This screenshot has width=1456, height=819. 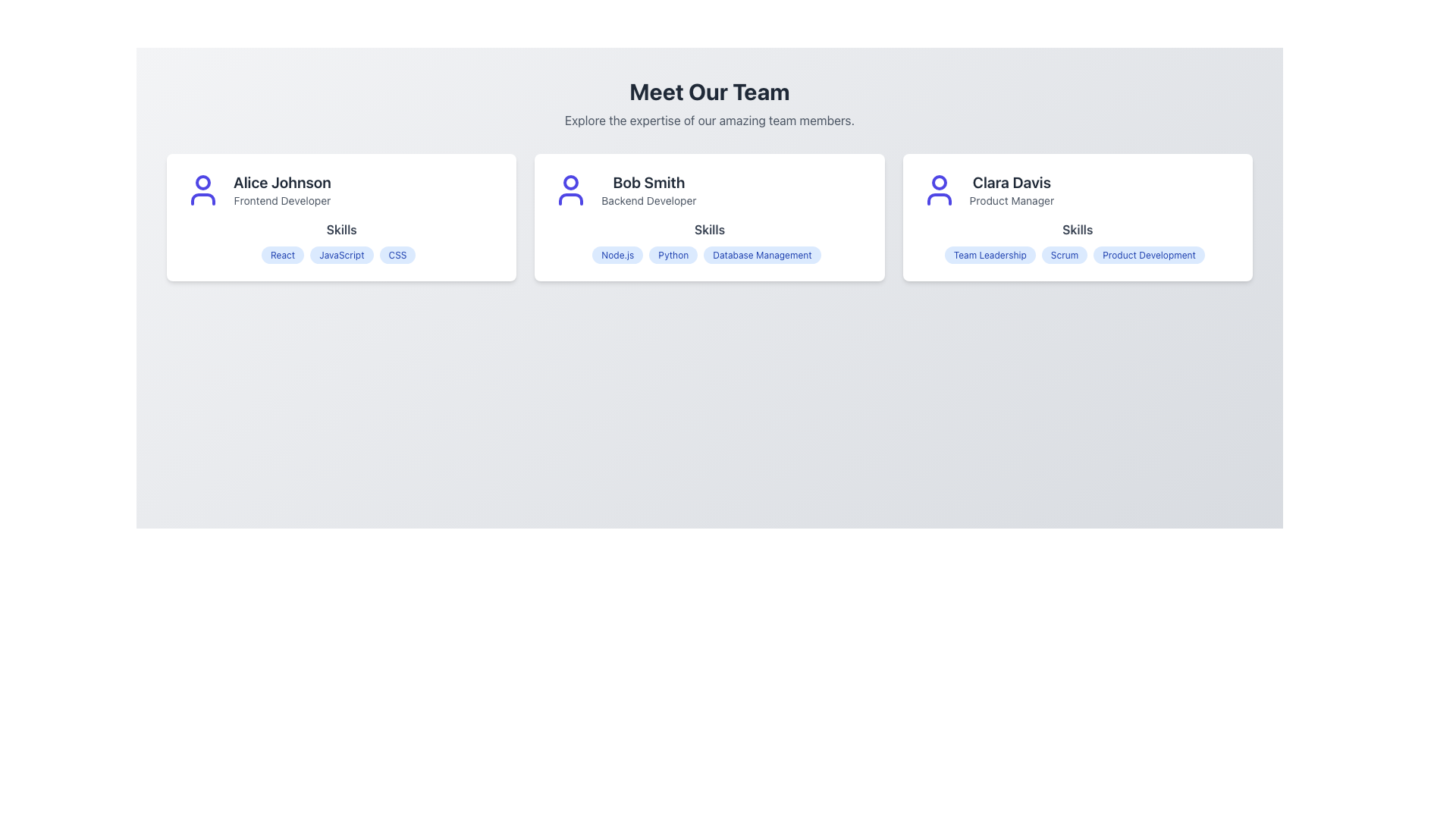 What do you see at coordinates (340, 253) in the screenshot?
I see `the 'JavaScript' skill label, which is the second label under the 'Skills' heading in Alice Johnson's card` at bounding box center [340, 253].